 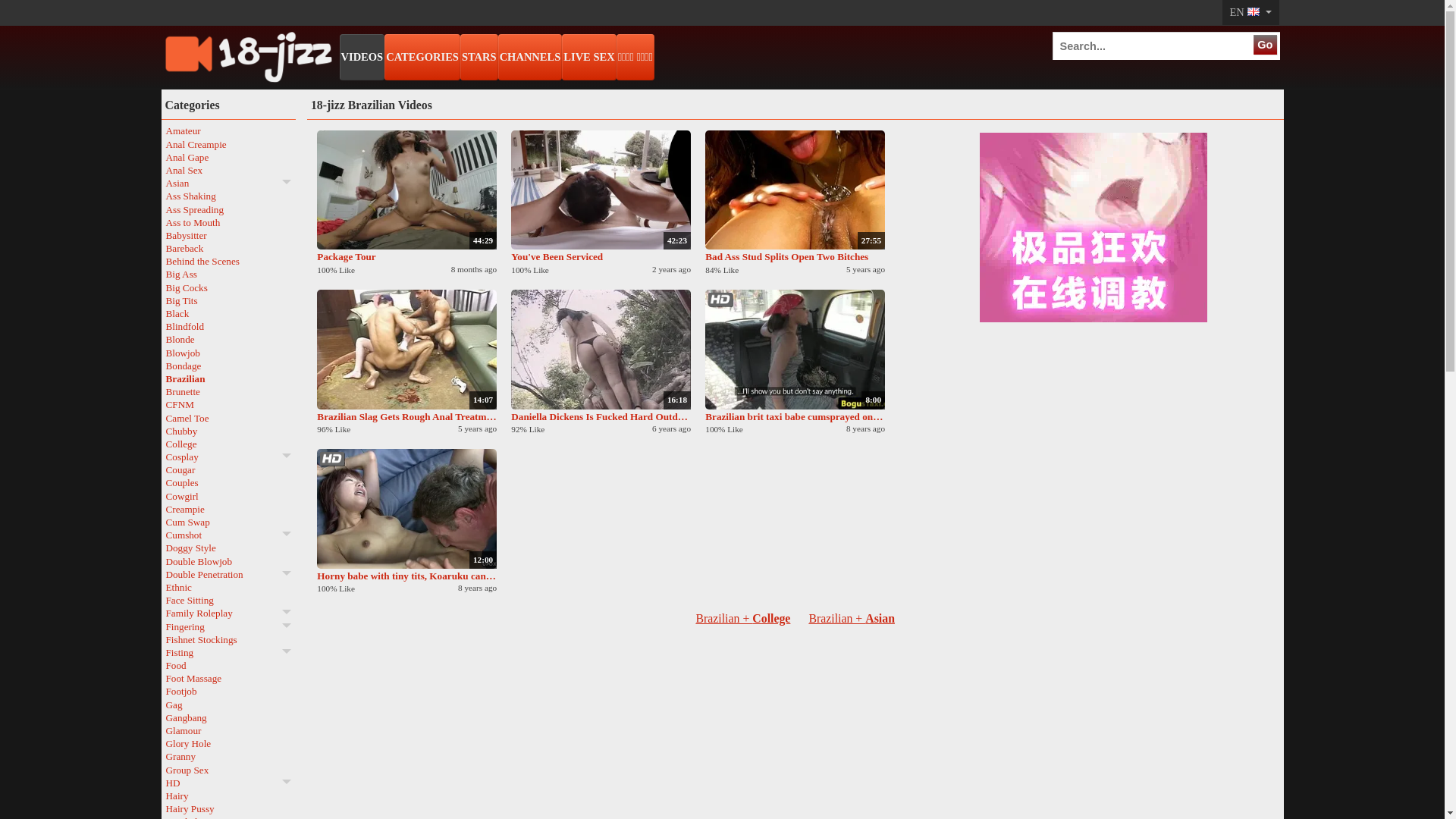 What do you see at coordinates (165, 195) in the screenshot?
I see `'Ass Shaking'` at bounding box center [165, 195].